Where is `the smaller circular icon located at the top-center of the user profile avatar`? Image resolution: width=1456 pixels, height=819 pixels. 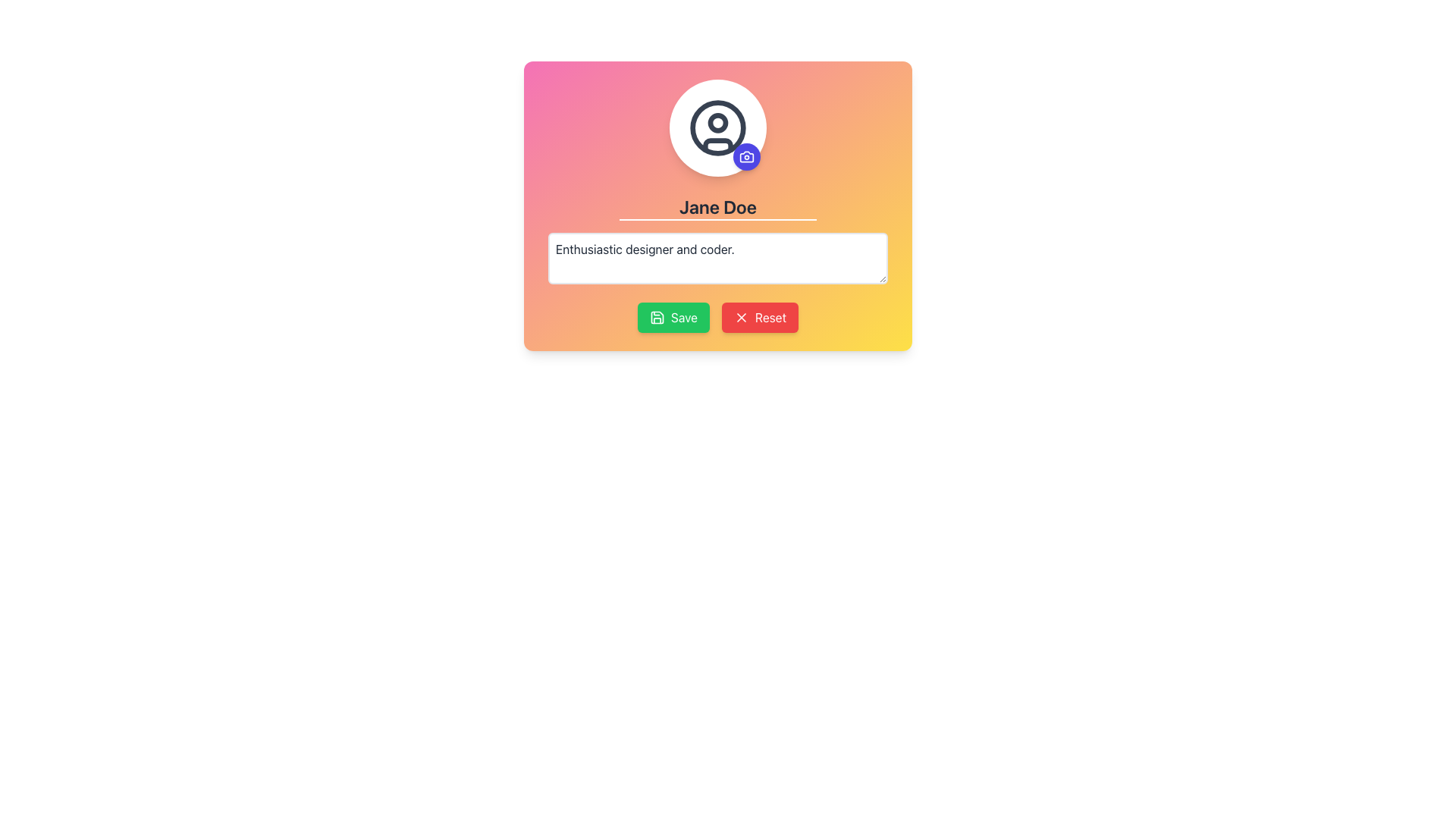 the smaller circular icon located at the top-center of the user profile avatar is located at coordinates (717, 122).